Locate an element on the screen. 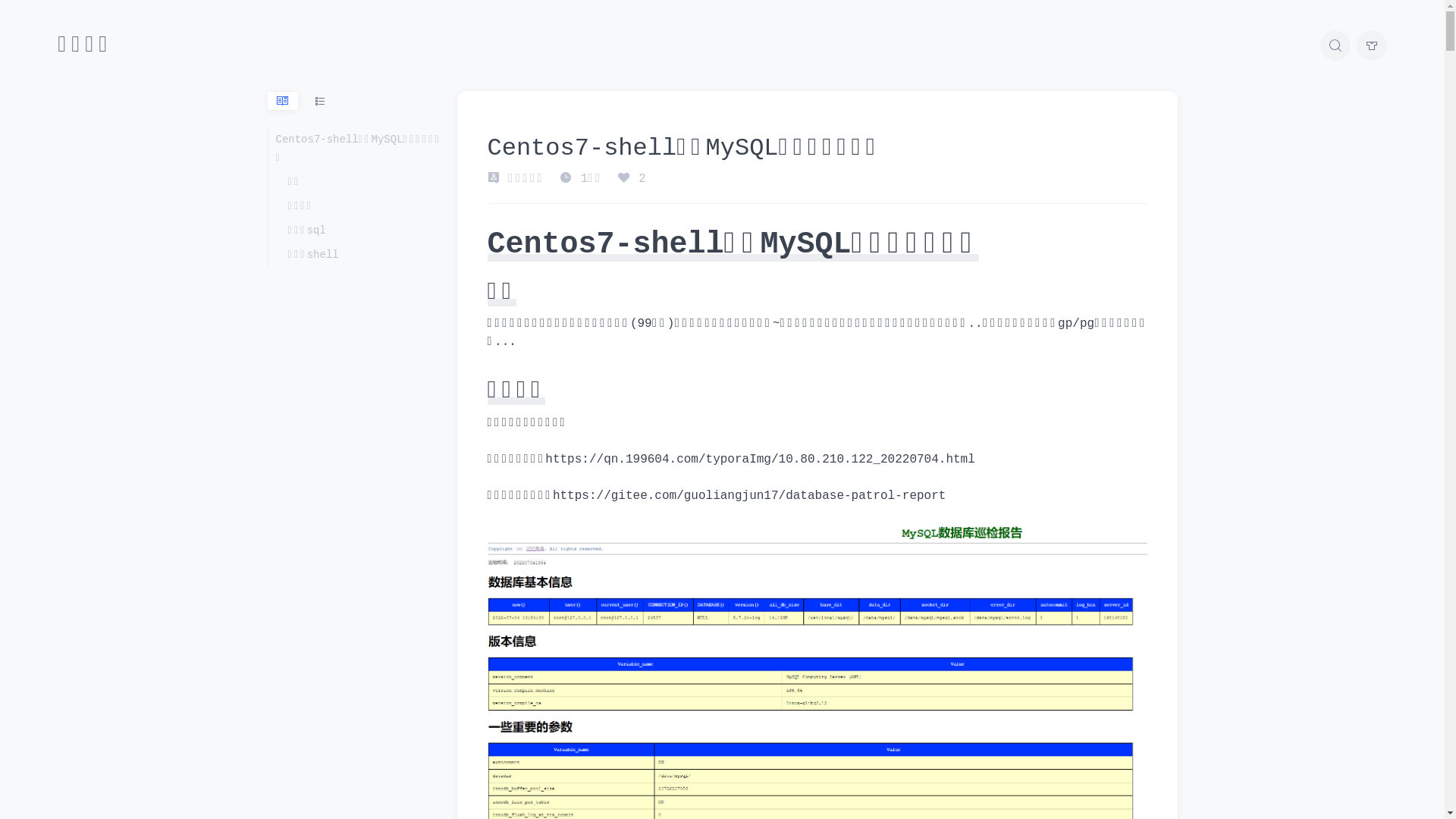 This screenshot has height=819, width=1456. '2' is located at coordinates (632, 177).